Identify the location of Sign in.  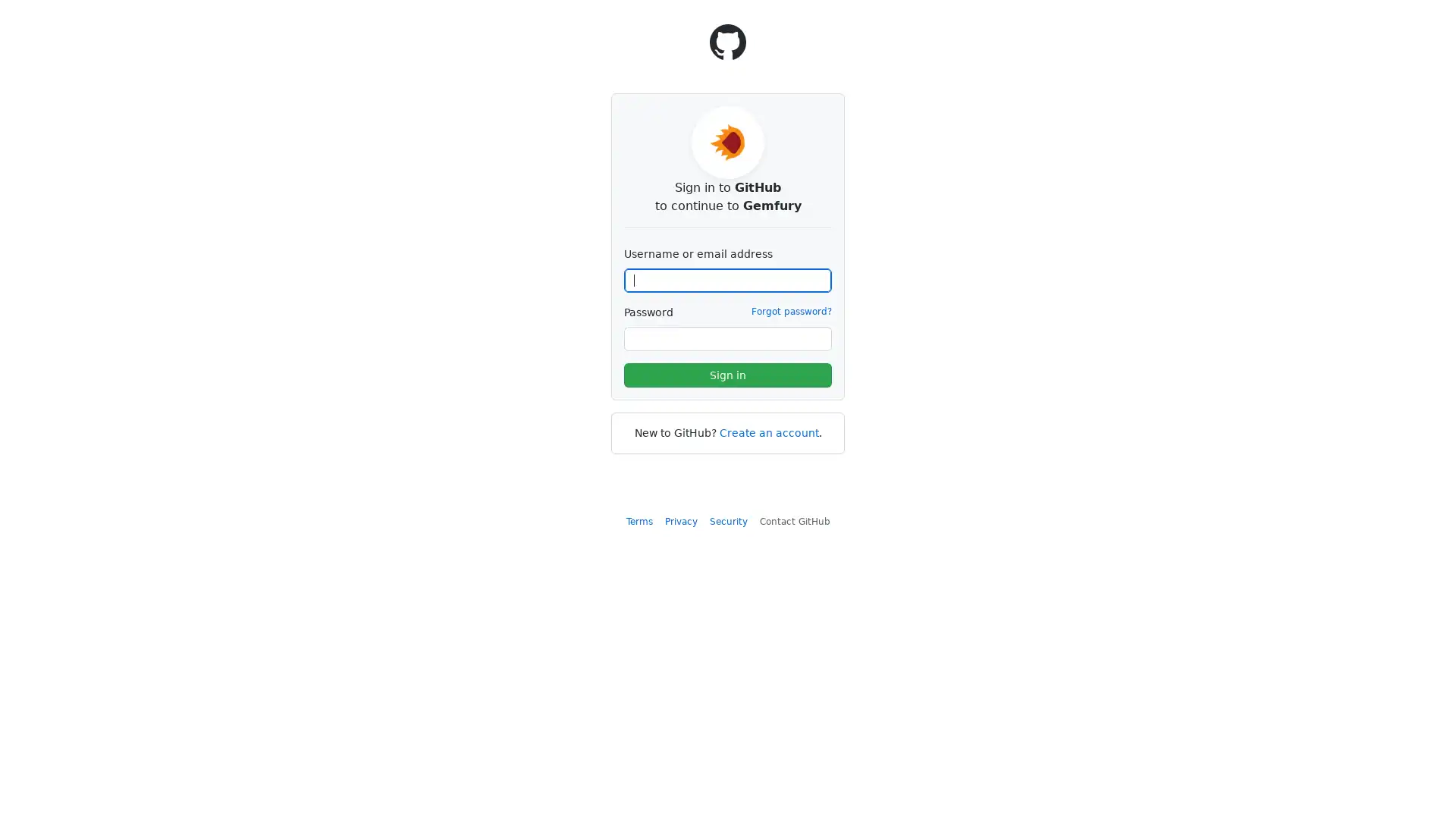
(728, 375).